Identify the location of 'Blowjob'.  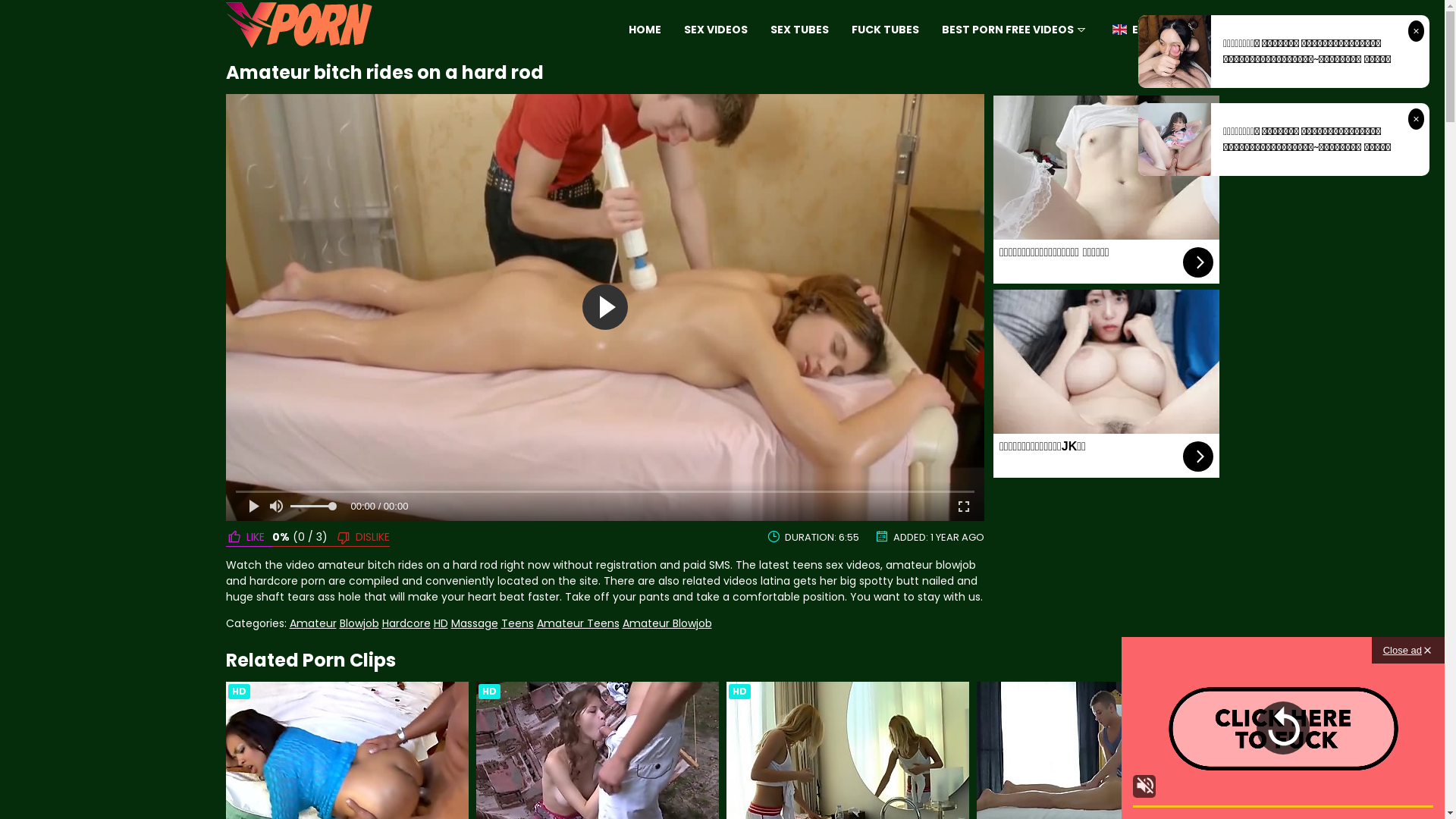
(338, 623).